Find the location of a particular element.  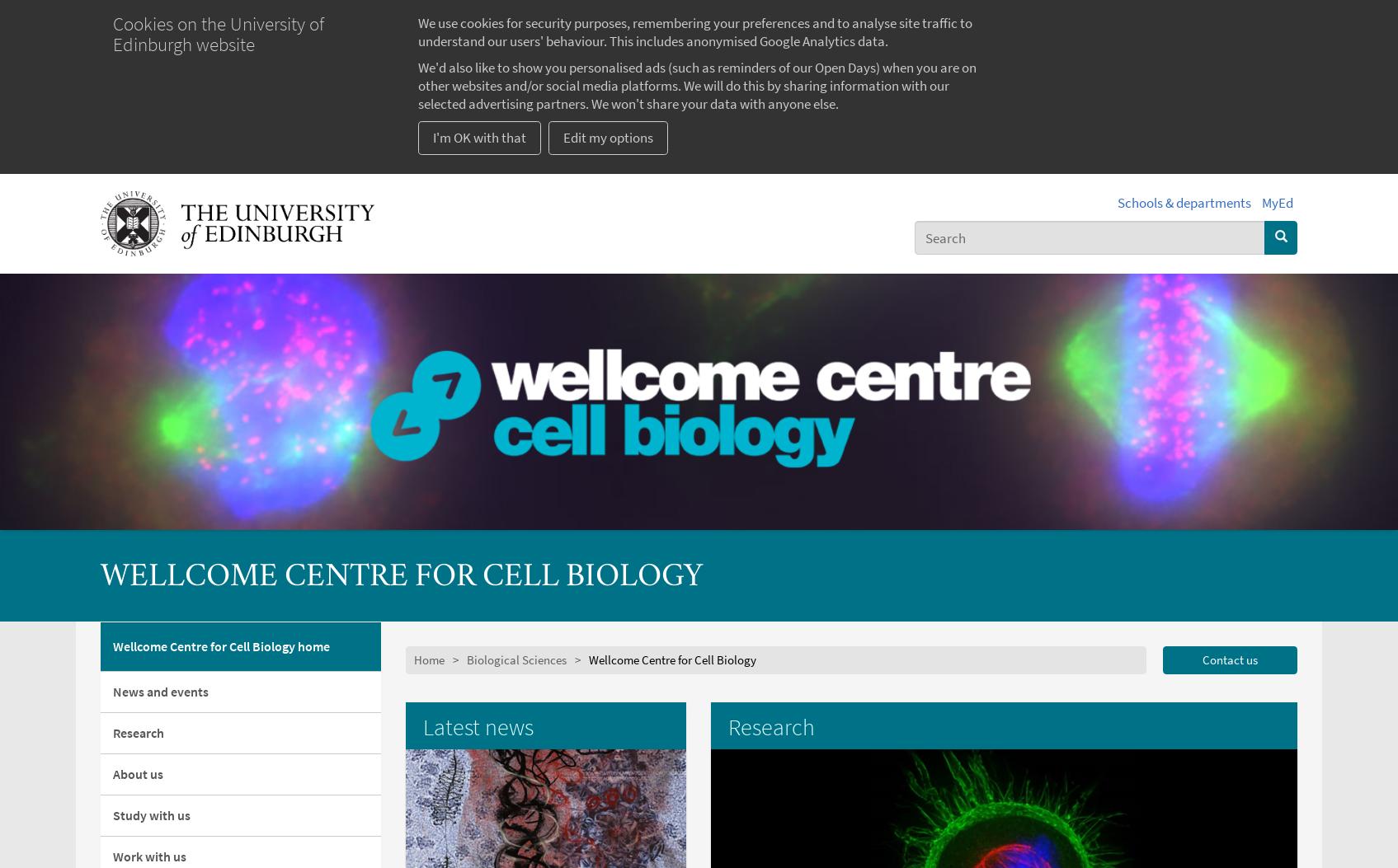

'Home' is located at coordinates (428, 659).